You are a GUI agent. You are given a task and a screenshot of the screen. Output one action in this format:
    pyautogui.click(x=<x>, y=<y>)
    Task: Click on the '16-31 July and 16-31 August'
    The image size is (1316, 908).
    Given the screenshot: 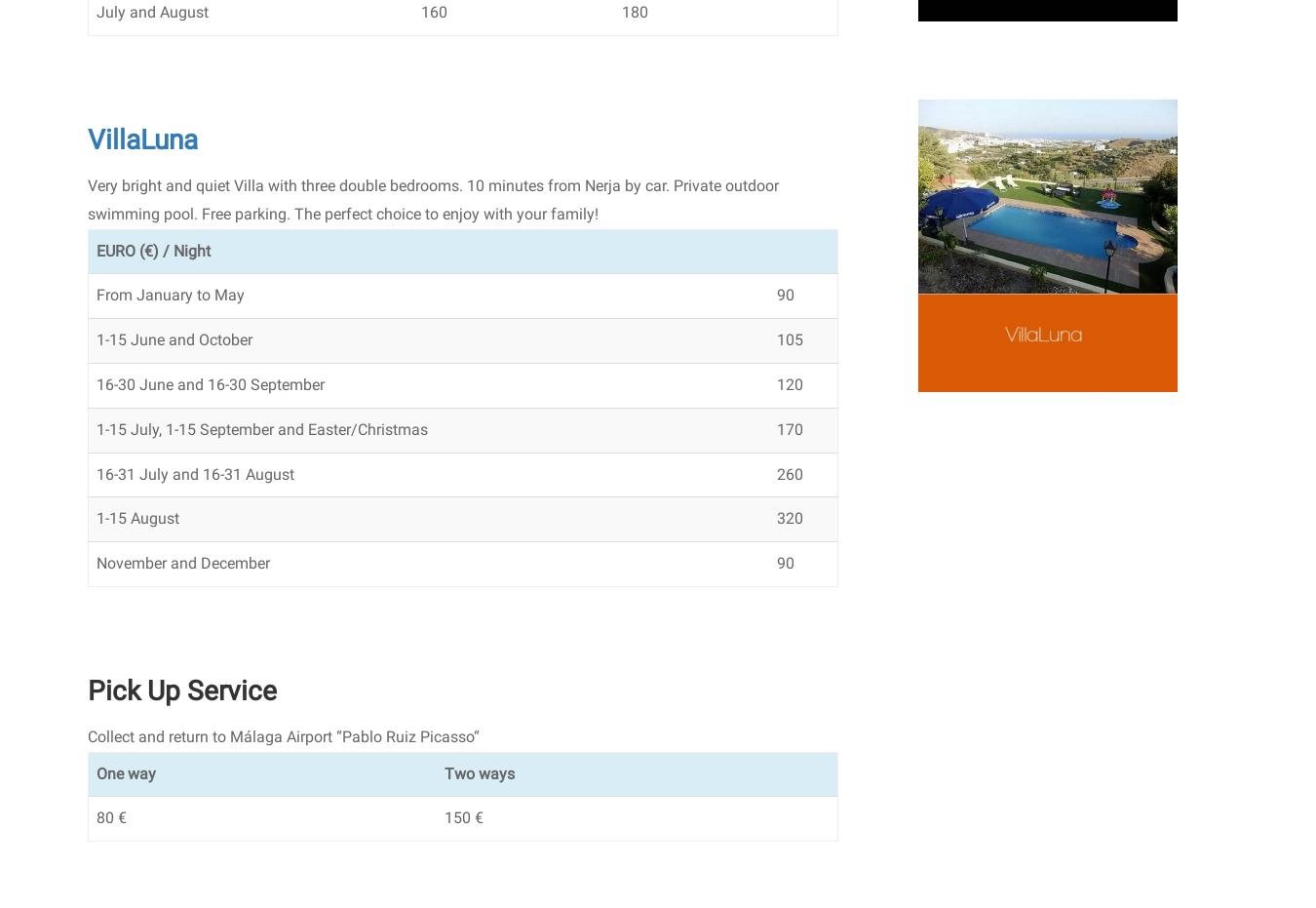 What is the action you would take?
    pyautogui.click(x=195, y=473)
    